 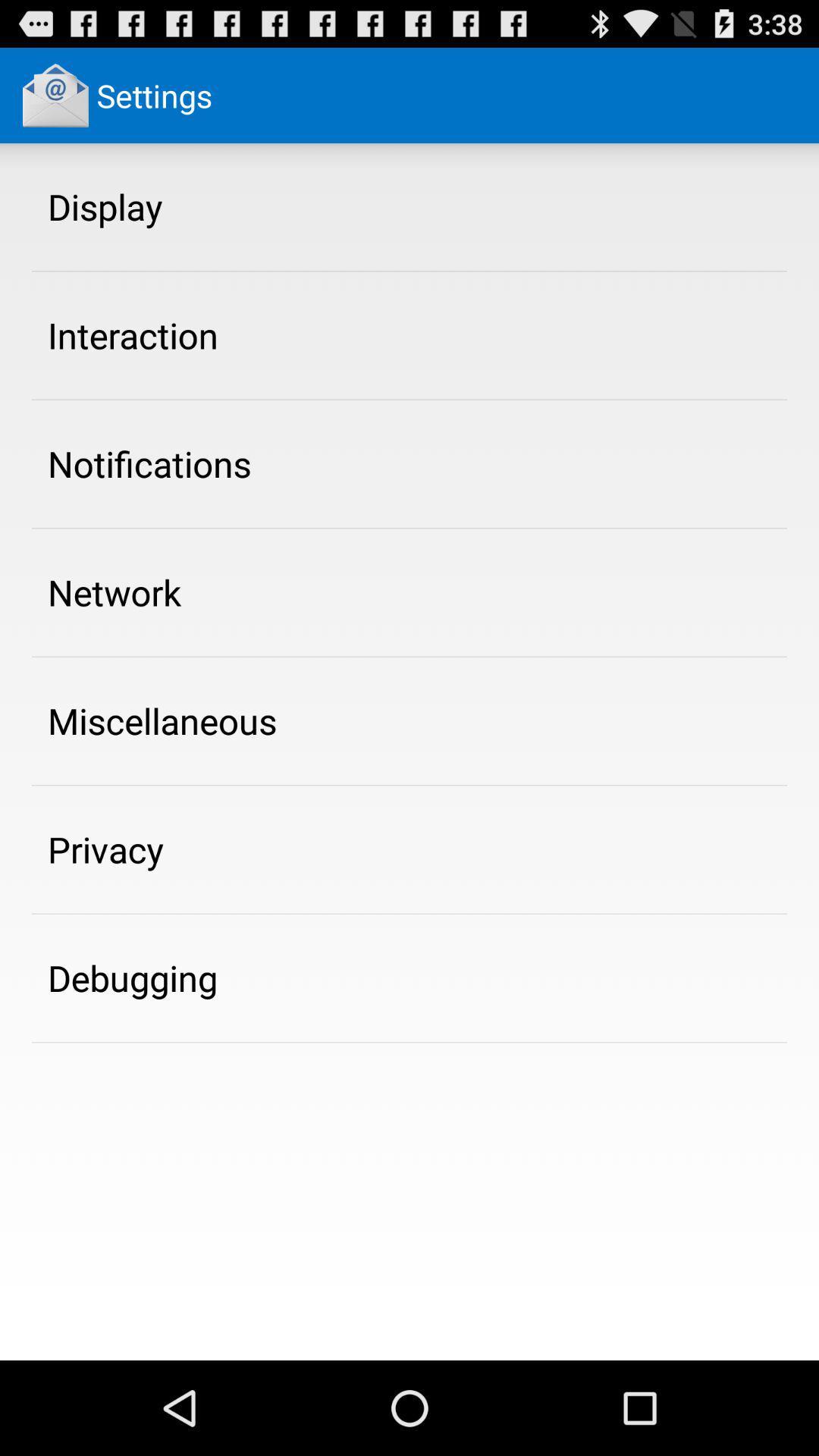 I want to click on the item below the notifications item, so click(x=114, y=591).